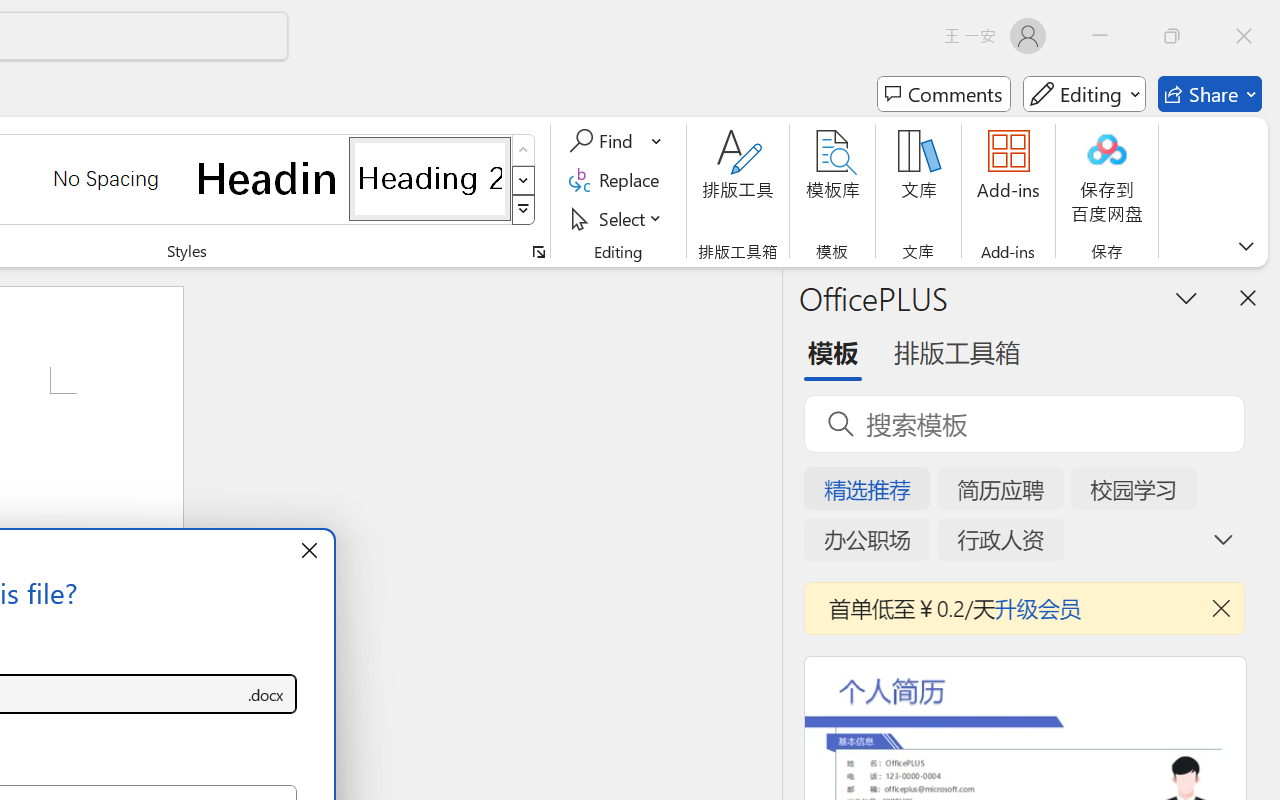  Describe the element at coordinates (943, 94) in the screenshot. I see `'Comments'` at that location.